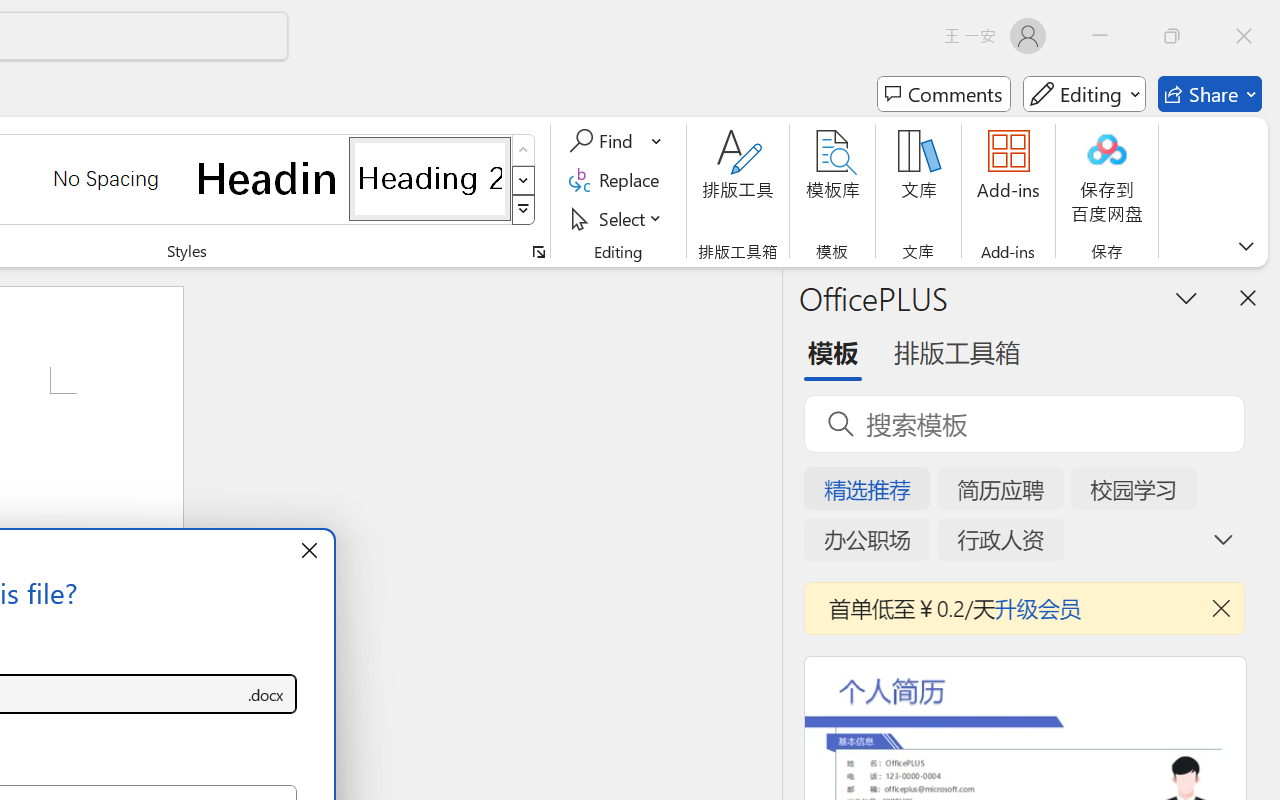  Describe the element at coordinates (943, 94) in the screenshot. I see `'Comments'` at that location.